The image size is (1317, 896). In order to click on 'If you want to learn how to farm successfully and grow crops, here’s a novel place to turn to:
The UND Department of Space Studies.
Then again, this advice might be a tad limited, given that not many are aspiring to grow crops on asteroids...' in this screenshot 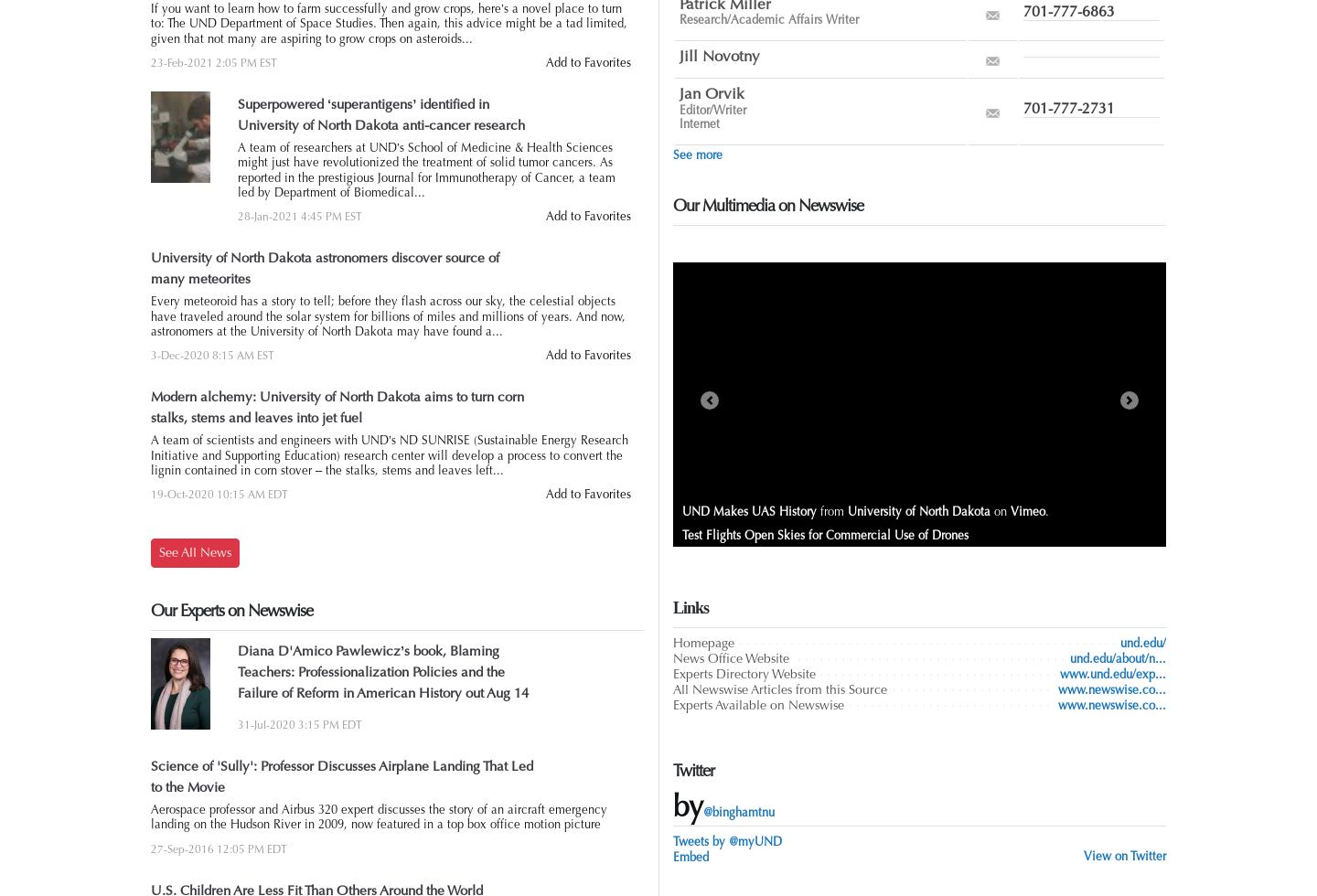, I will do `click(389, 23)`.